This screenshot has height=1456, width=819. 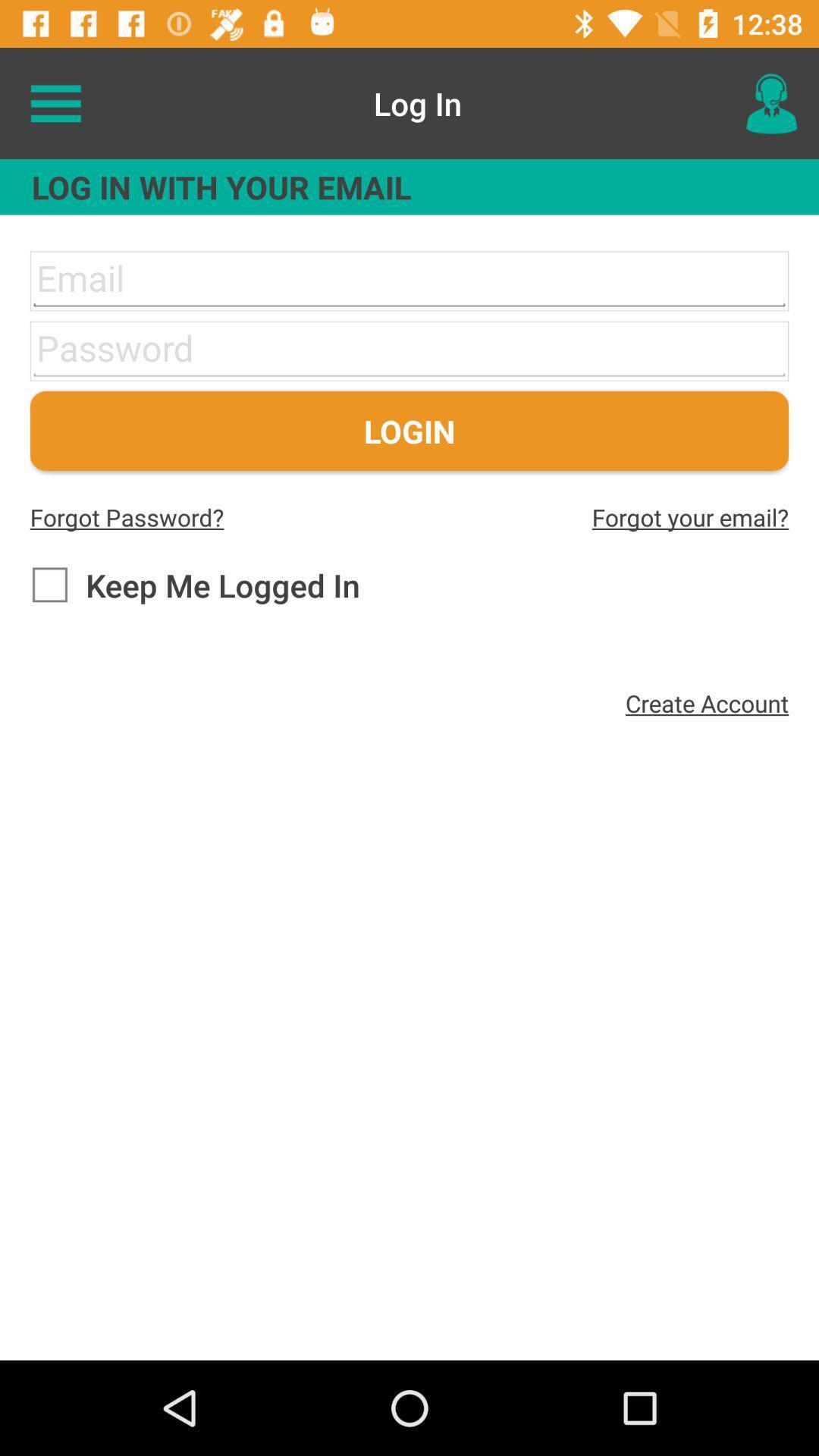 What do you see at coordinates (409, 281) in the screenshot?
I see `email address` at bounding box center [409, 281].